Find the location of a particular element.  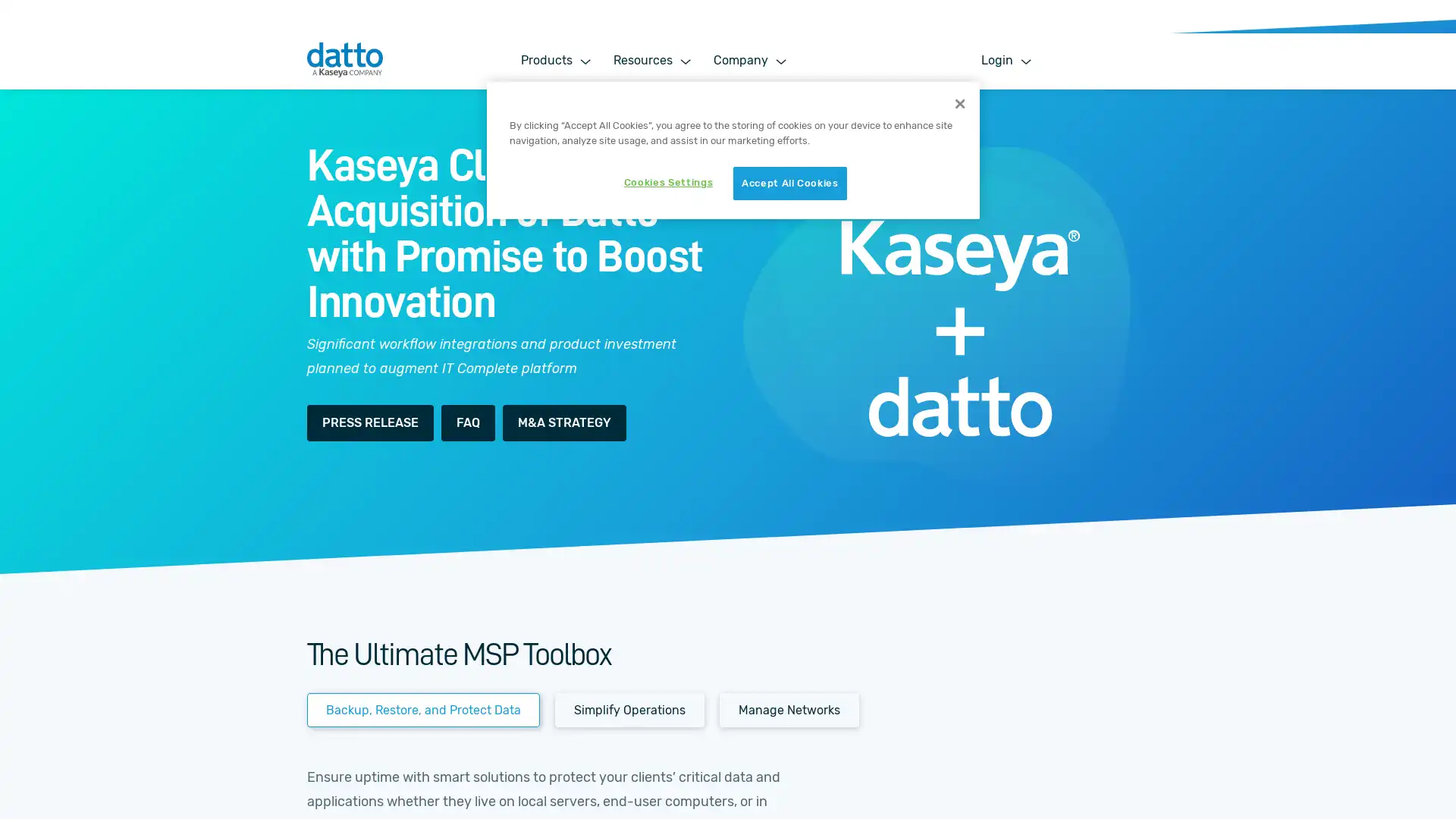

Login is located at coordinates (1006, 60).